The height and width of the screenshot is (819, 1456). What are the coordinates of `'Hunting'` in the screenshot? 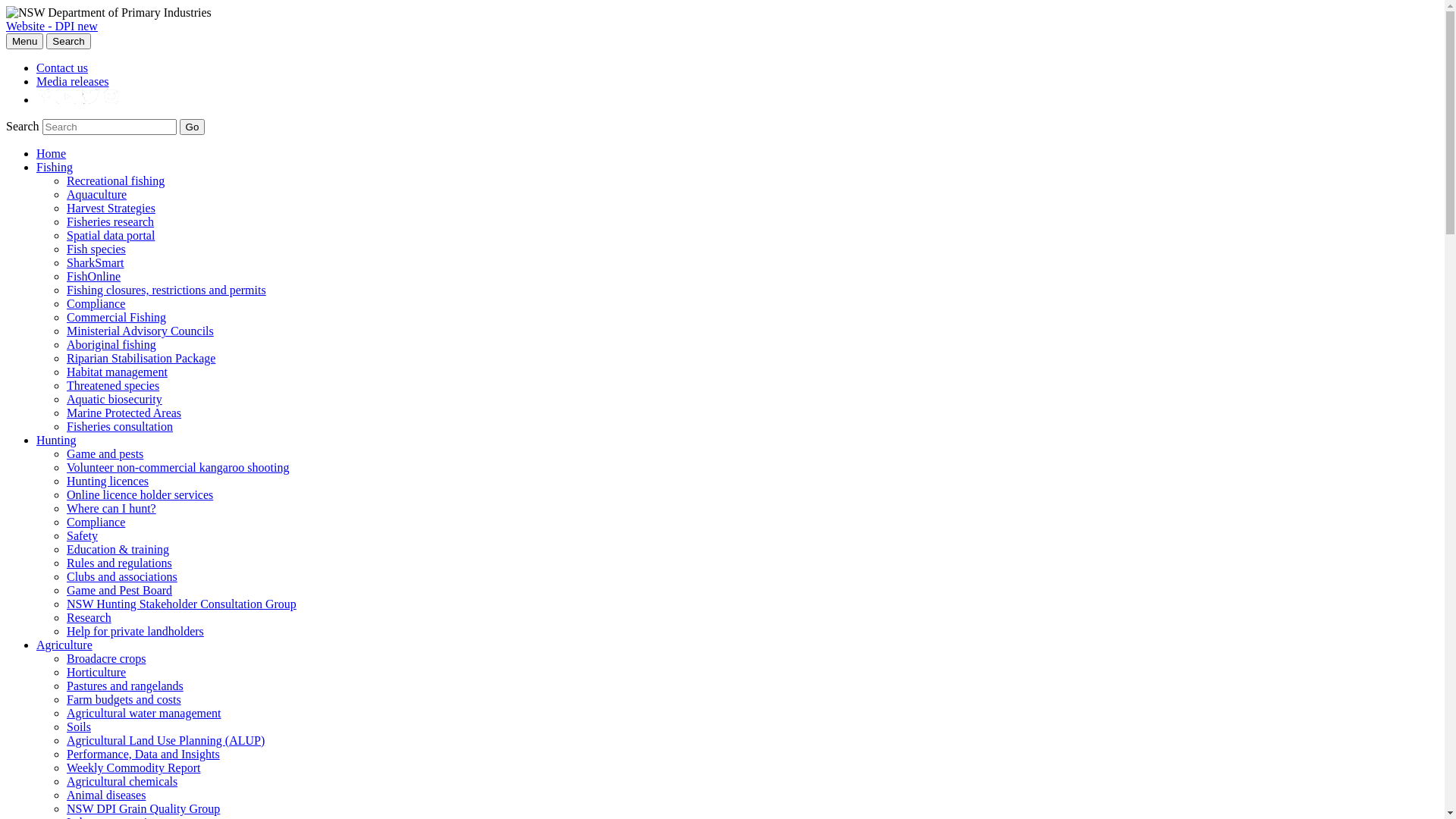 It's located at (55, 440).